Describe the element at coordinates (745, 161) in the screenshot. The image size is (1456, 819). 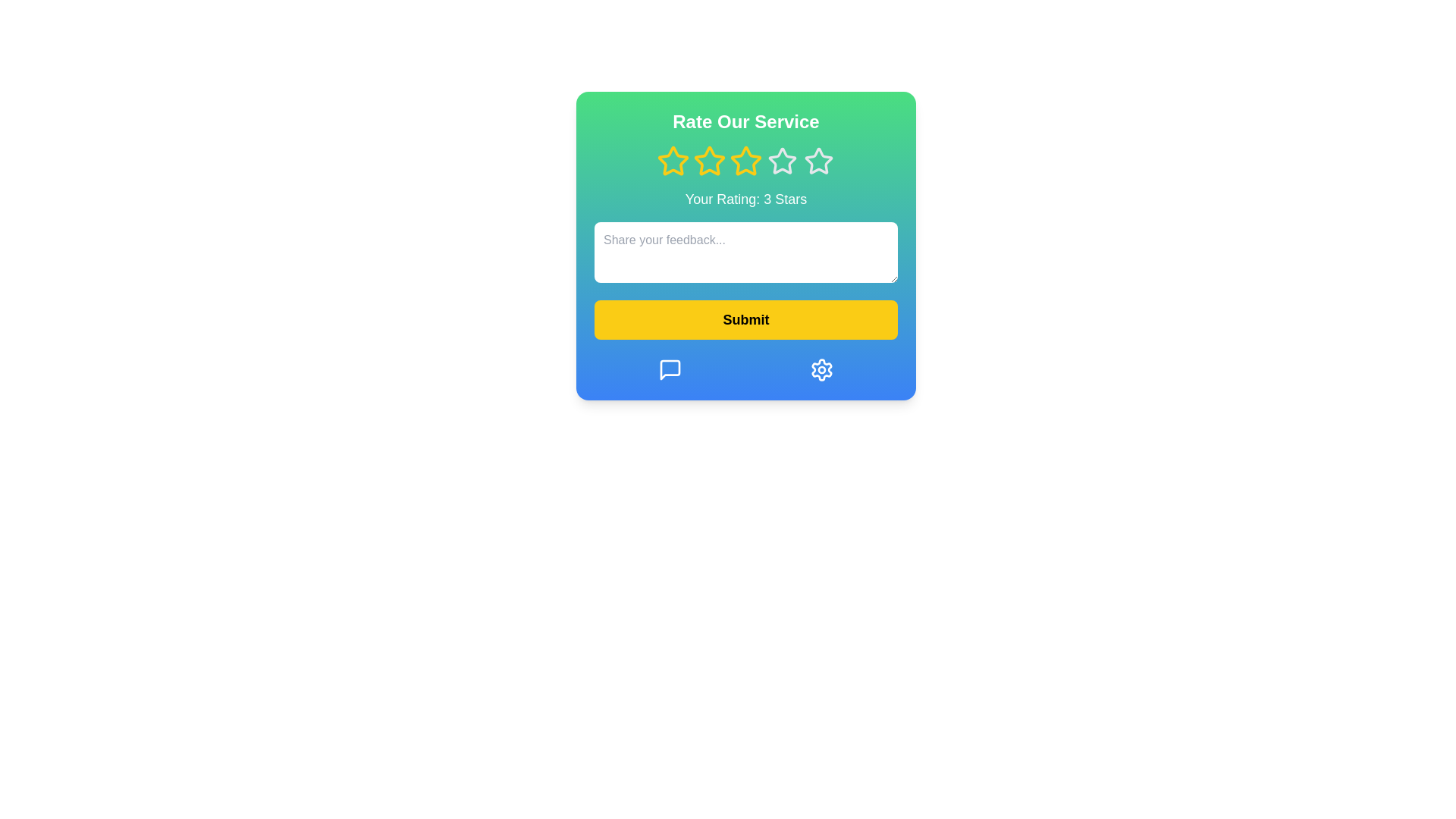
I see `the third star icon in the interactive rating section, which is styled with a yellow outline and transparent center` at that location.